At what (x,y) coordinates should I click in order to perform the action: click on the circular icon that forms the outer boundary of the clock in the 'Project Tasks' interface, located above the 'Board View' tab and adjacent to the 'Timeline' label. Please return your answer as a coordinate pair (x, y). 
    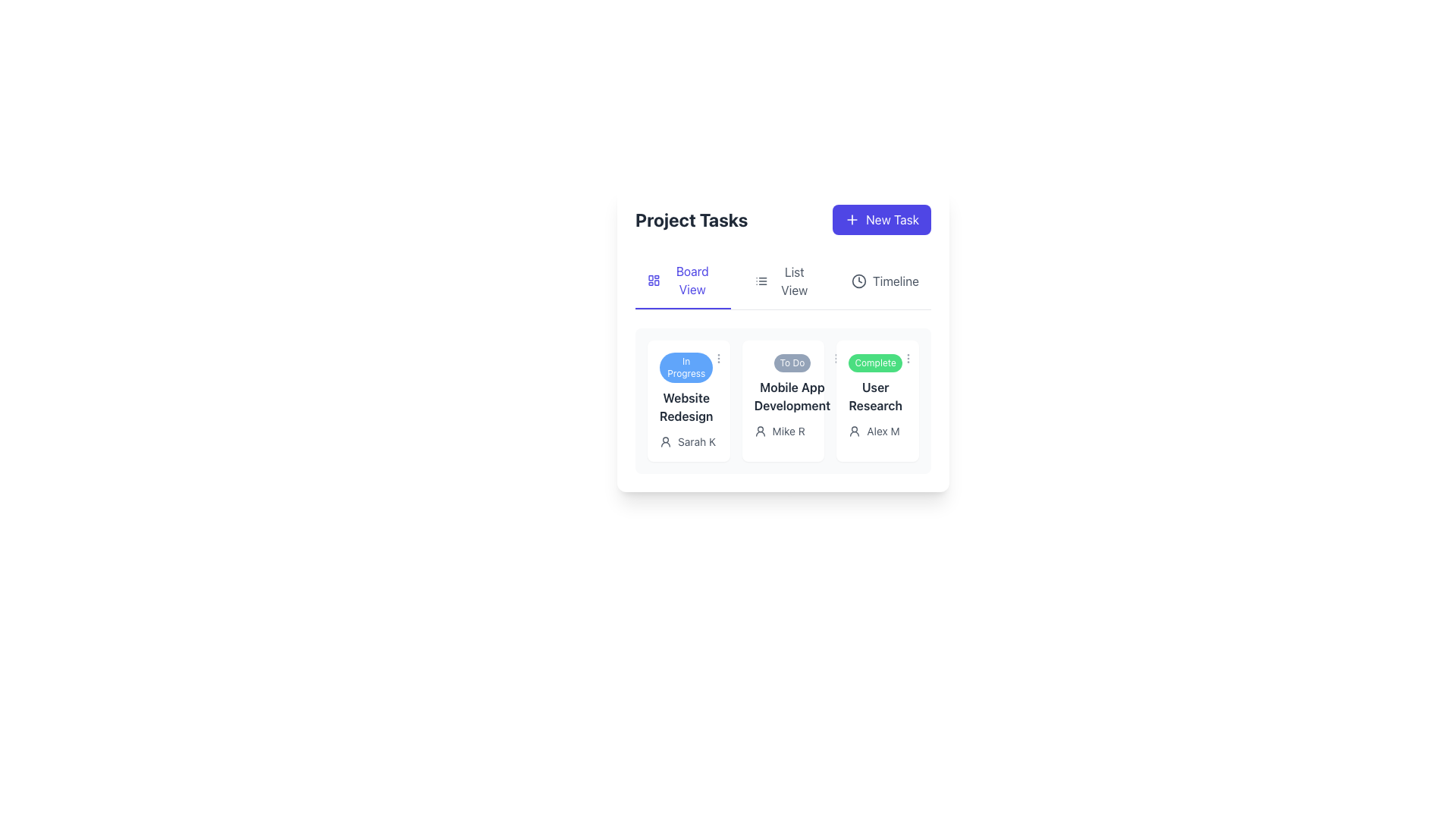
    Looking at the image, I should click on (858, 281).